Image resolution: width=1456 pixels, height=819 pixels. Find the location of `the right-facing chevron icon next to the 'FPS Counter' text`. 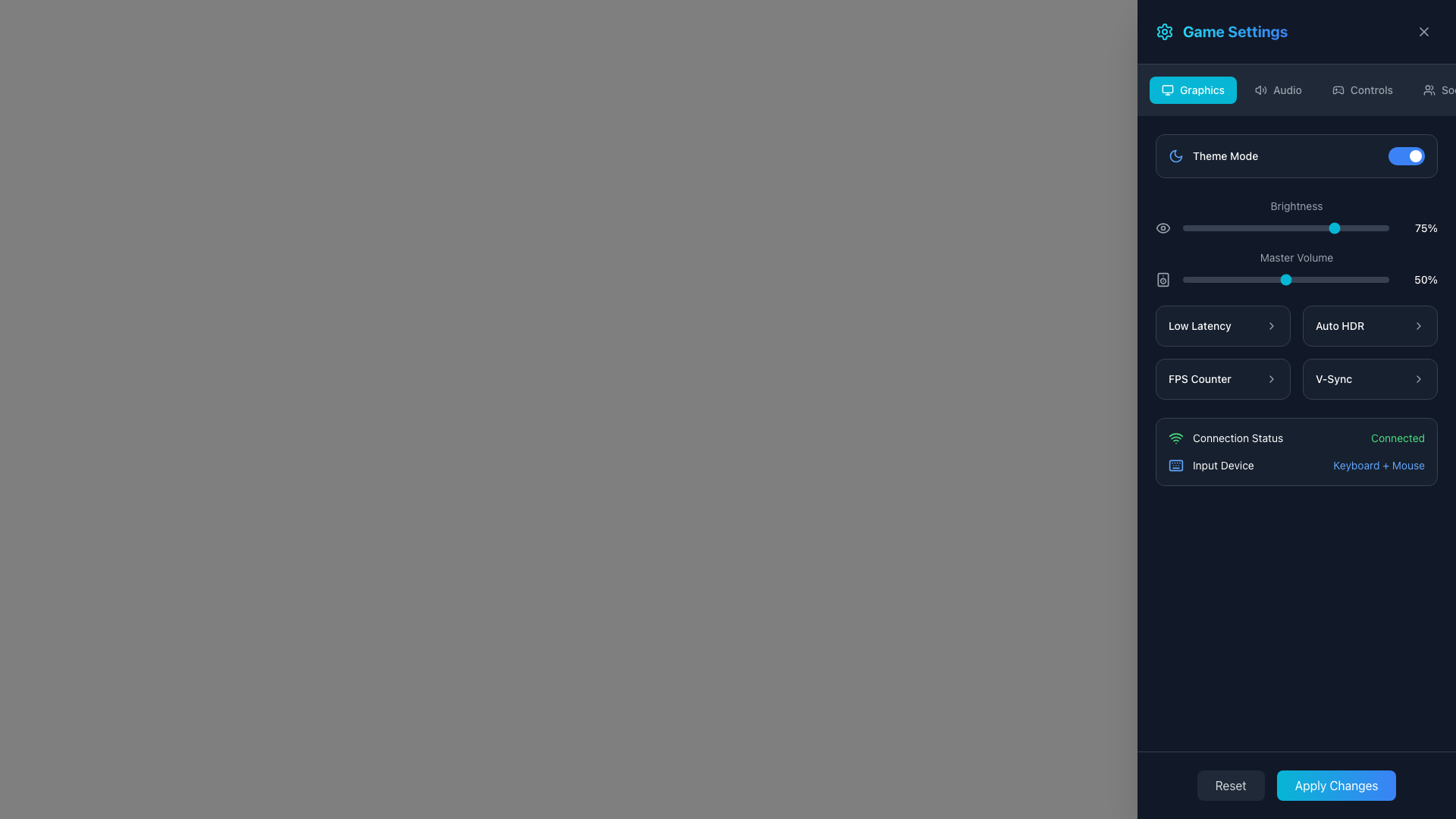

the right-facing chevron icon next to the 'FPS Counter' text is located at coordinates (1271, 378).